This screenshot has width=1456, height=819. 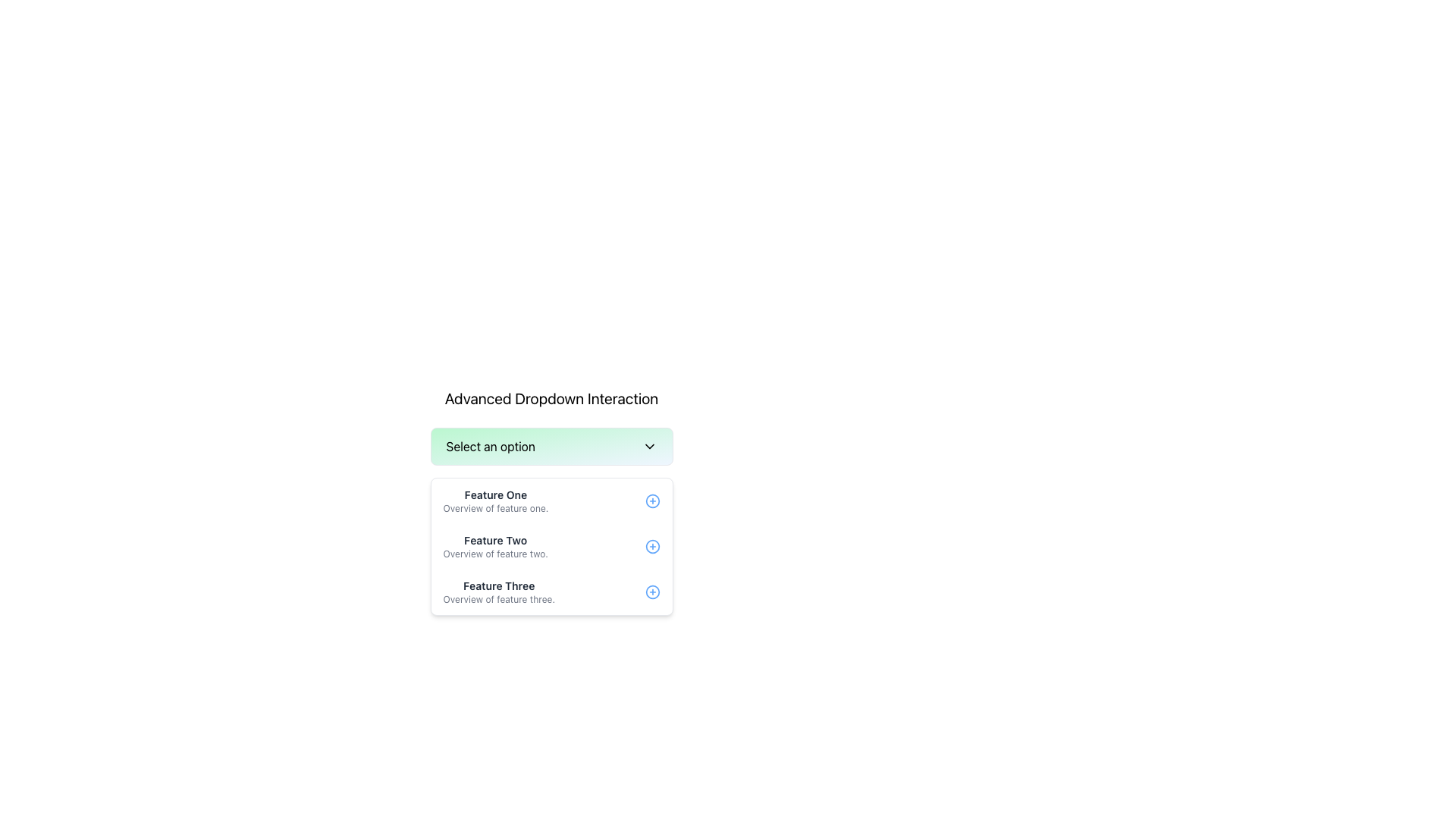 What do you see at coordinates (652, 591) in the screenshot?
I see `the graphical icon indicating a deletion operation for the 'Feature Three' option, located at the rightmost position among the elements under 'Feature Three'` at bounding box center [652, 591].